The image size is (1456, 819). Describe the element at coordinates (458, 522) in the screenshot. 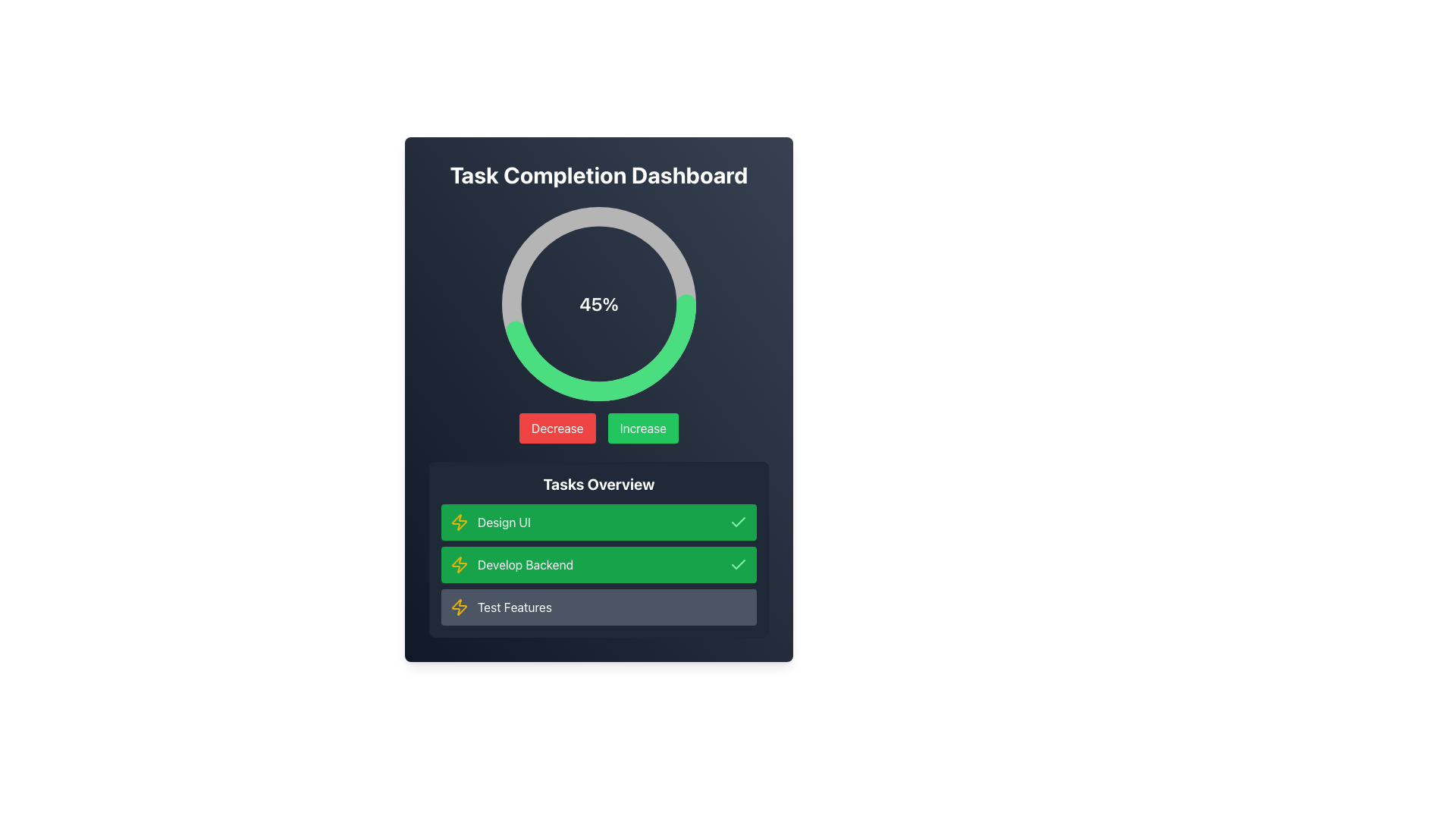

I see `the lightning bolt icon within the green 'Design UI' button, which is located at the top of the 'Tasks Overview' list` at that location.